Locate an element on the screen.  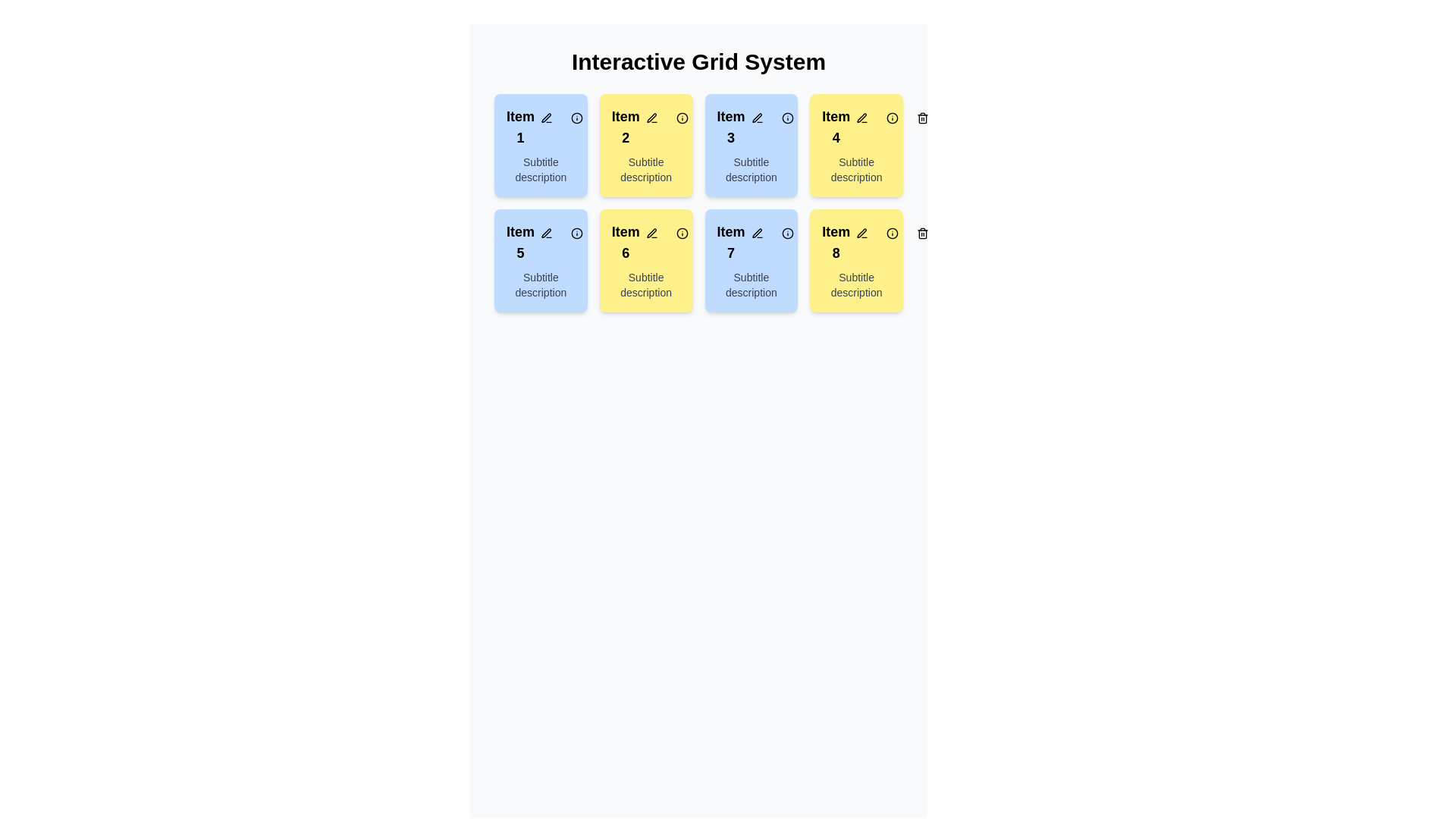
the circular icon button with an information symbol located centrally in the yellow card for 'Item 6' is located at coordinates (681, 234).